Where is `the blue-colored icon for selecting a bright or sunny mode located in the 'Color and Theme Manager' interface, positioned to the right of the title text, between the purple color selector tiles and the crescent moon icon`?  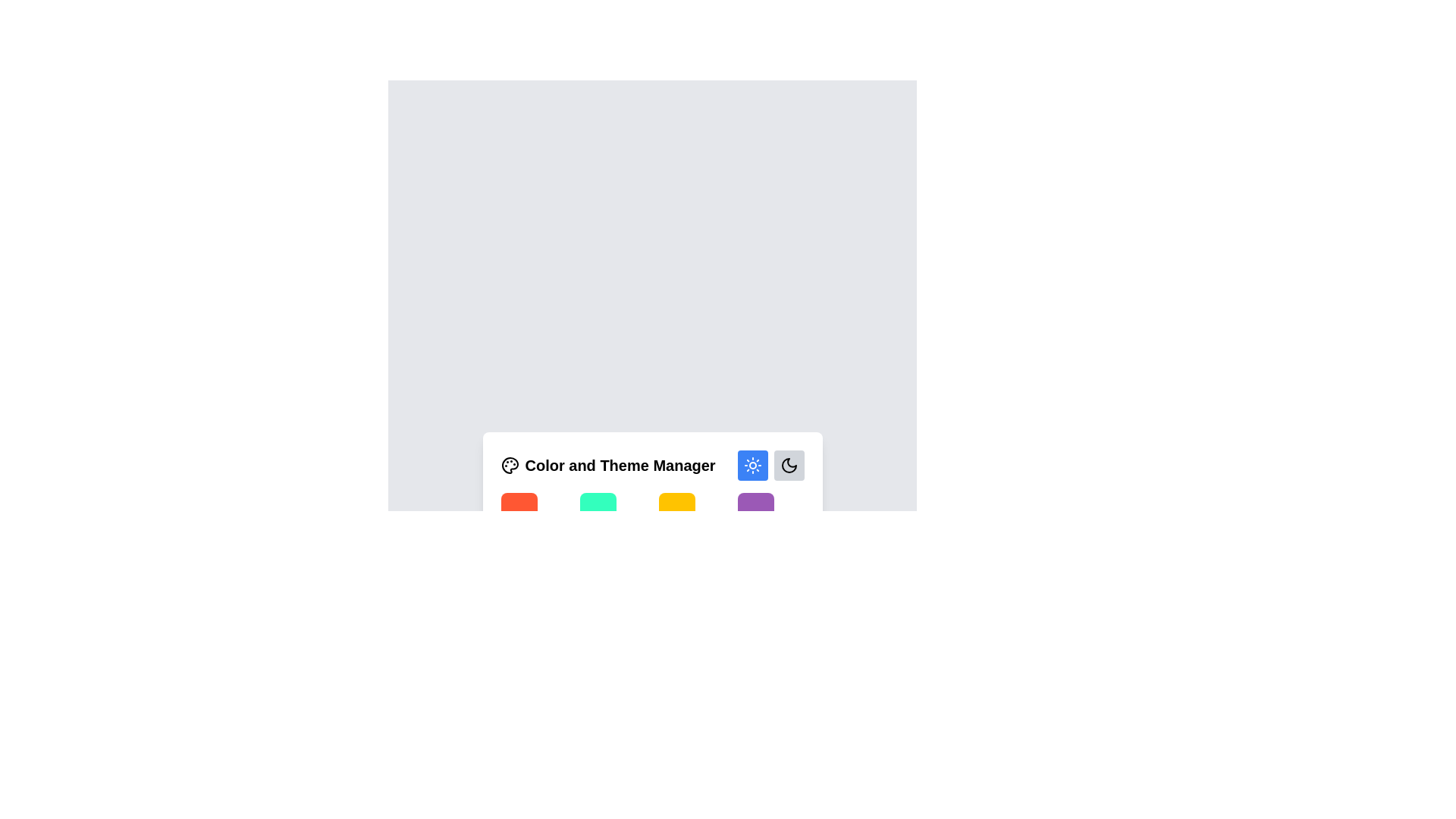 the blue-colored icon for selecting a bright or sunny mode located in the 'Color and Theme Manager' interface, positioned to the right of the title text, between the purple color selector tiles and the crescent moon icon is located at coordinates (752, 464).